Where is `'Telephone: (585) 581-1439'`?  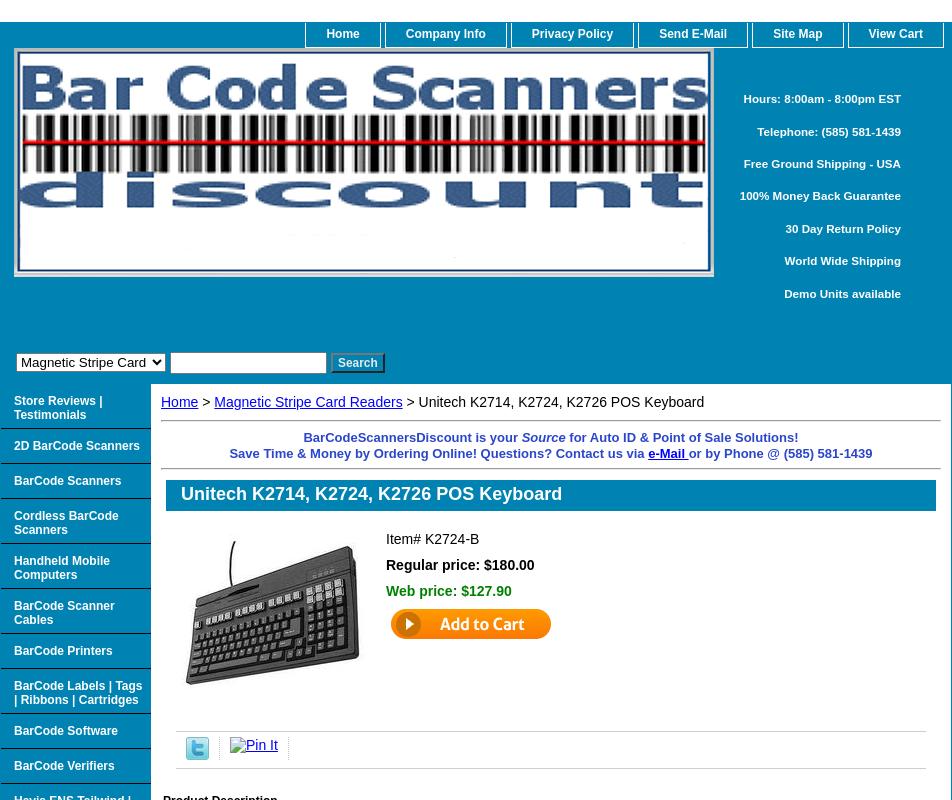 'Telephone: (585) 581-1439' is located at coordinates (829, 129).